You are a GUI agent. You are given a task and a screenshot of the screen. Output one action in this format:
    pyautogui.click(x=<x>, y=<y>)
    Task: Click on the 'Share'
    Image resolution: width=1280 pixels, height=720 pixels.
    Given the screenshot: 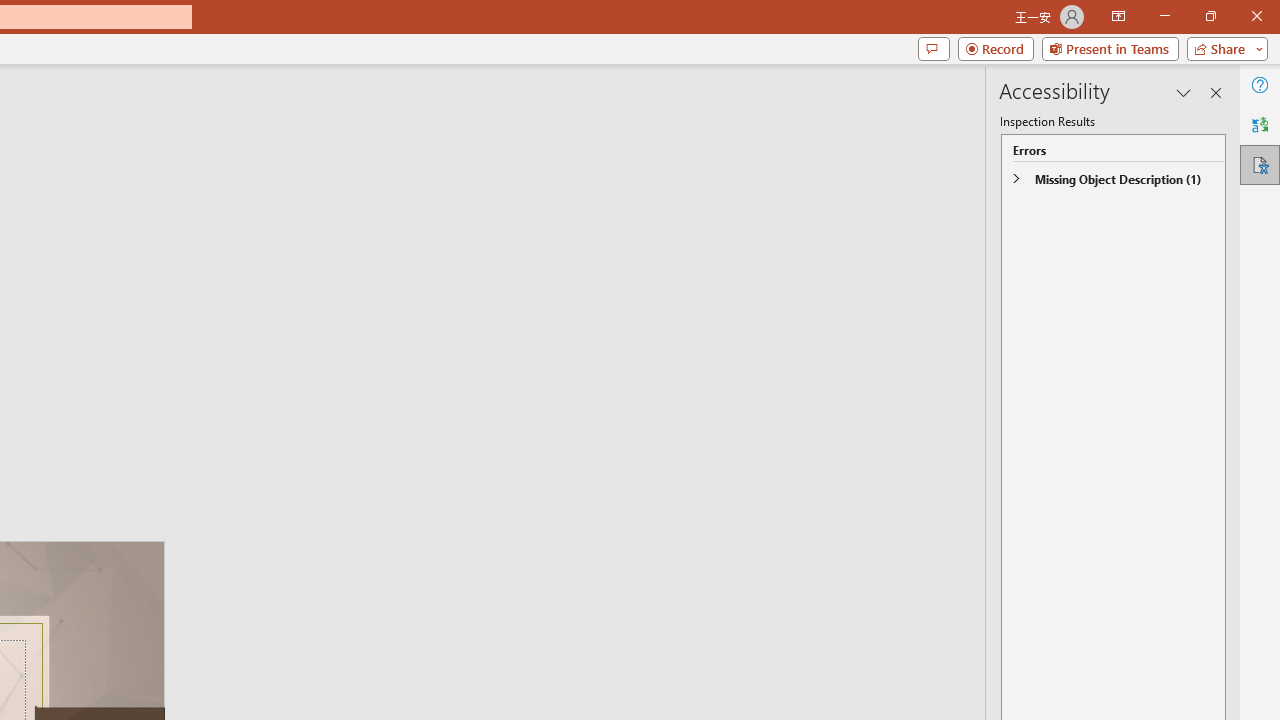 What is the action you would take?
    pyautogui.click(x=1222, y=47)
    